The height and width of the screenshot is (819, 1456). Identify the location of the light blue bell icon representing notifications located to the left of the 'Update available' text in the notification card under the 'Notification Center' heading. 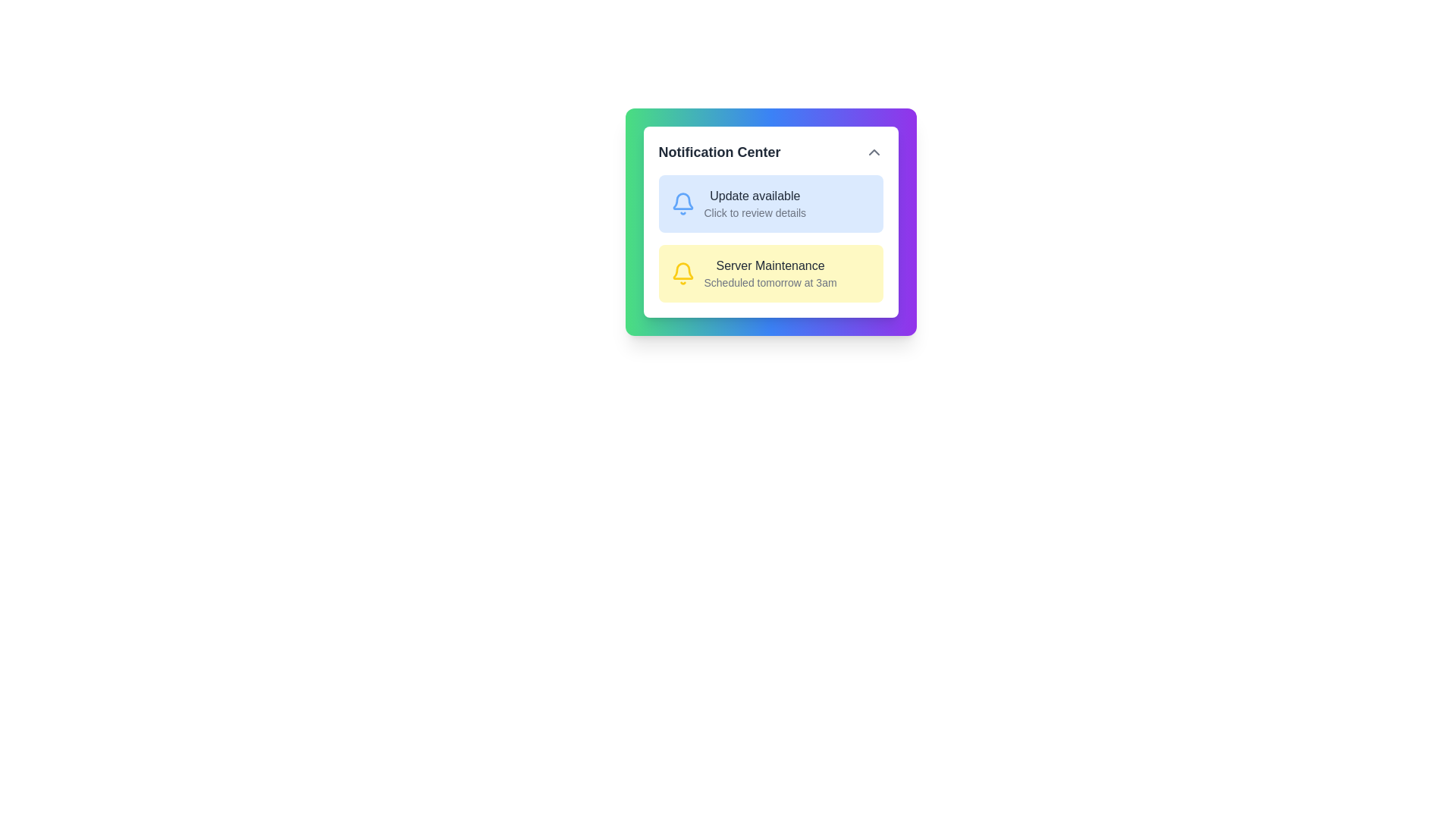
(682, 203).